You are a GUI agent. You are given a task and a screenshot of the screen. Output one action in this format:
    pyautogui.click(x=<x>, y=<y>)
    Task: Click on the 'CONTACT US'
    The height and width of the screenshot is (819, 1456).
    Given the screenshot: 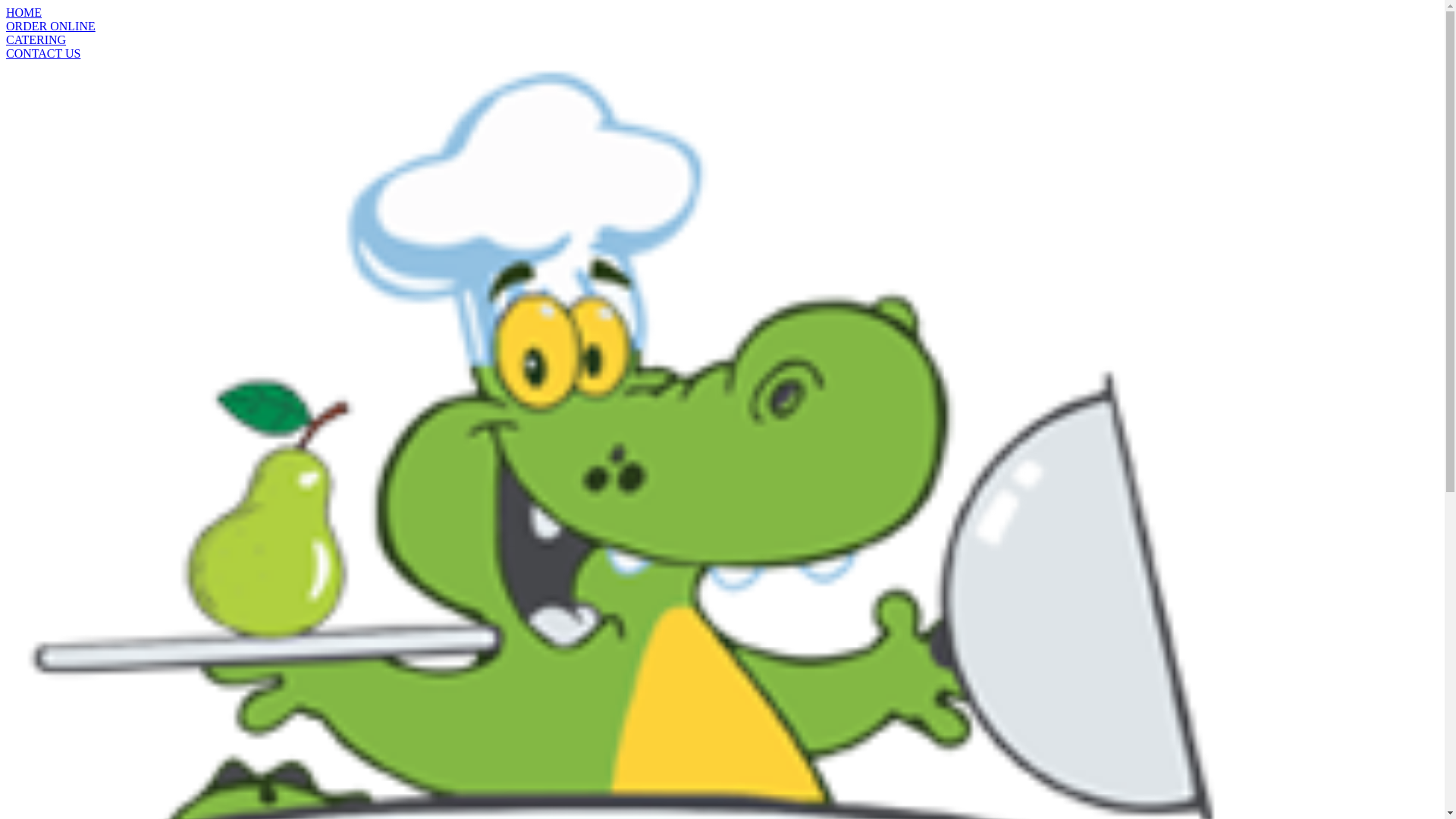 What is the action you would take?
    pyautogui.click(x=6, y=52)
    